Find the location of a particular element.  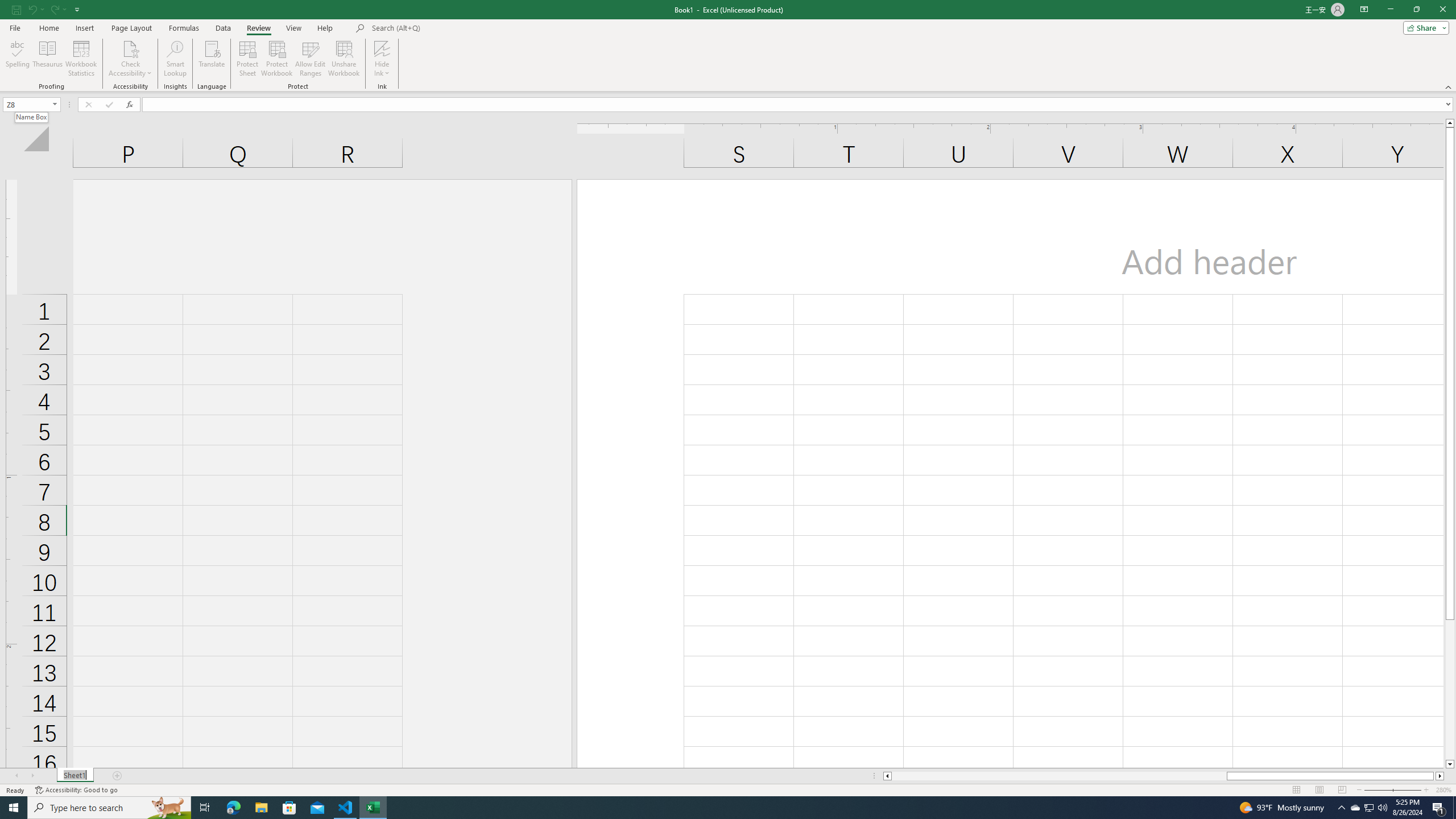

'Translate' is located at coordinates (211, 59).